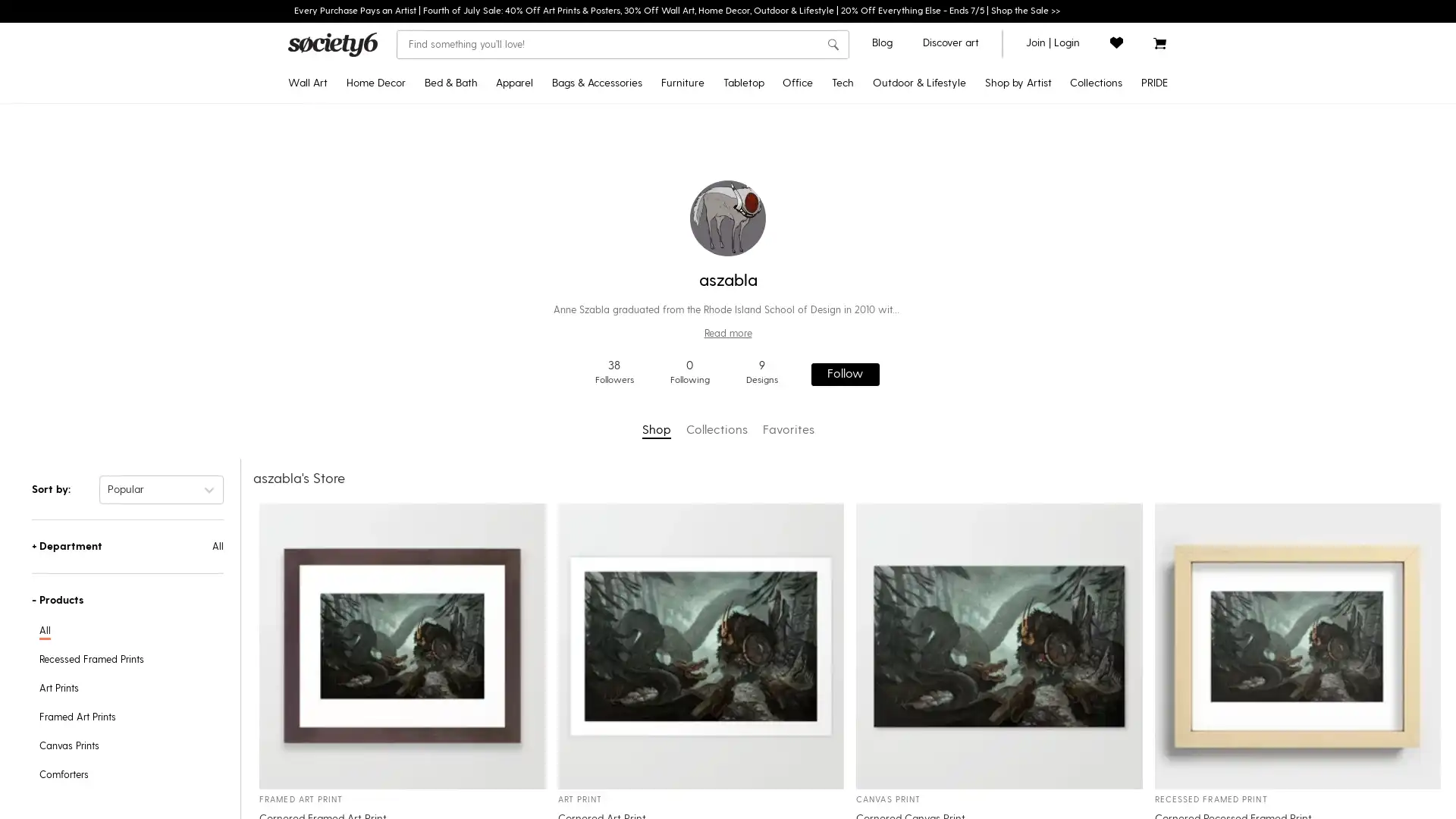 This screenshot has width=1456, height=819. I want to click on Framed Mini Art Prints, so click(356, 415).